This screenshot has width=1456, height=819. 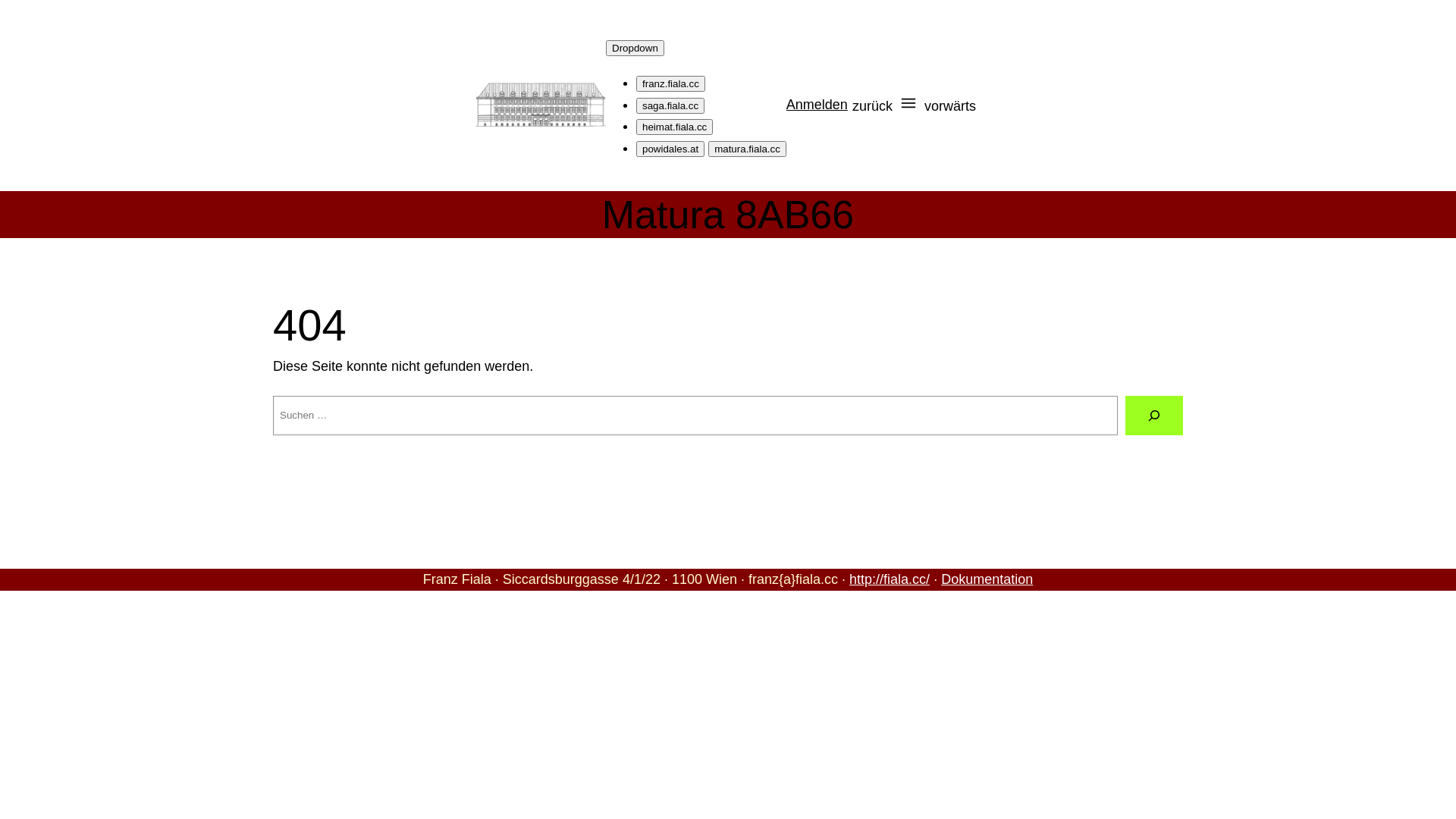 What do you see at coordinates (604, 47) in the screenshot?
I see `'Dropdown'` at bounding box center [604, 47].